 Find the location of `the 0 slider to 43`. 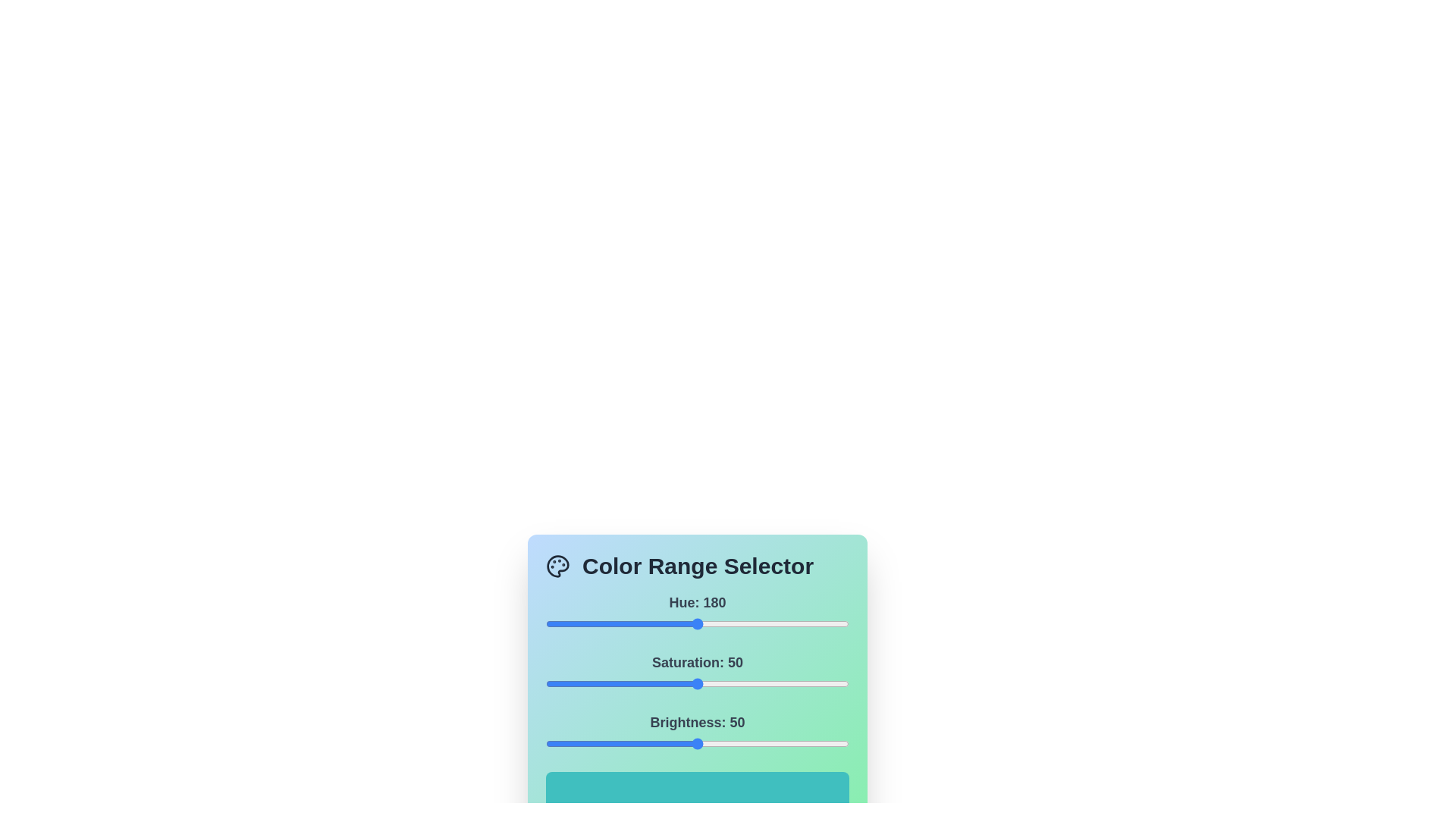

the 0 slider to 43 is located at coordinates (581, 623).